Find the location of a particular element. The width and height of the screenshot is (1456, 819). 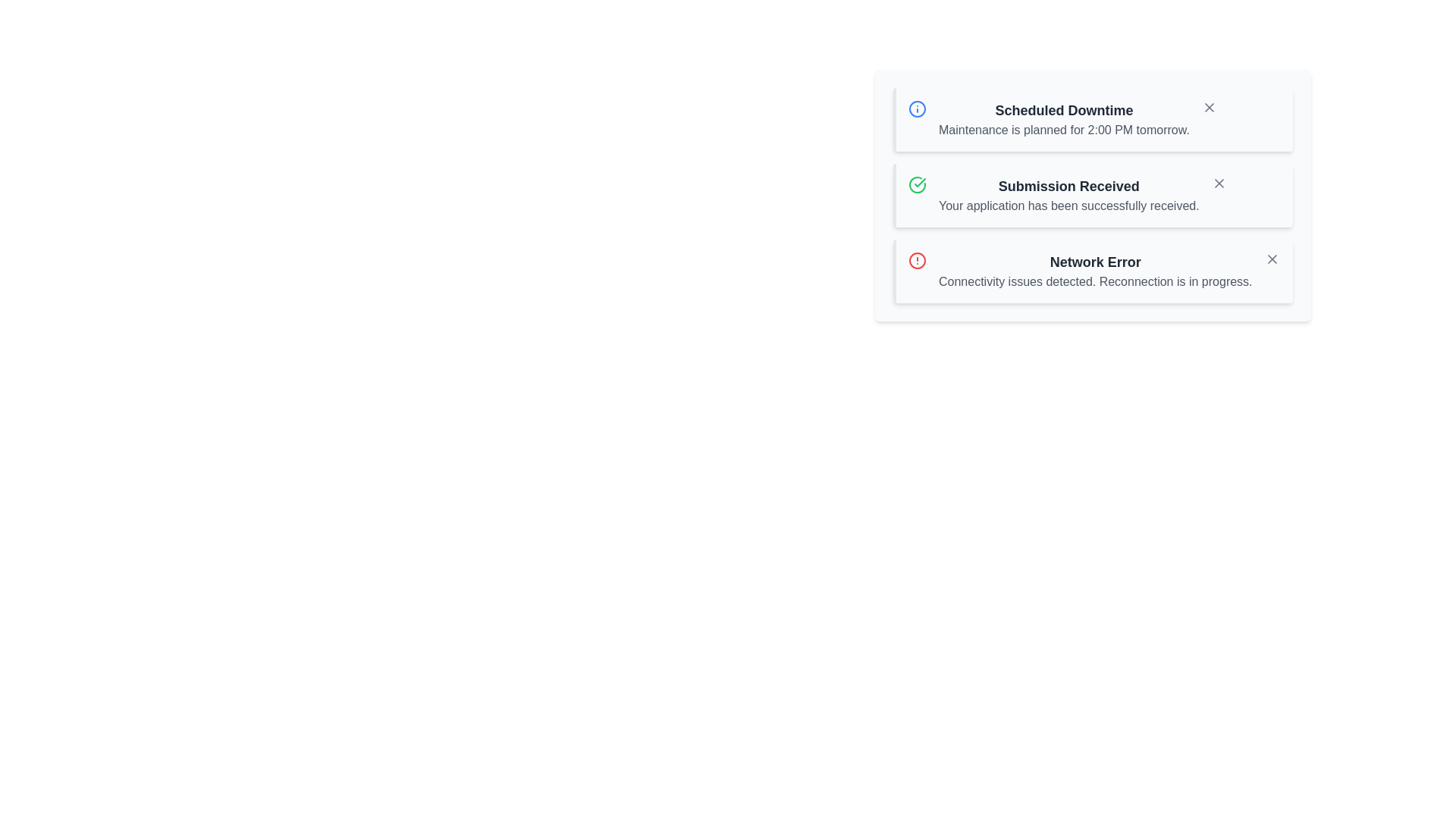

the static text that displays 'Maintenance is planned for 2:00 PM tomorrow.' located below the bold heading 'Scheduled Downtime' is located at coordinates (1063, 130).